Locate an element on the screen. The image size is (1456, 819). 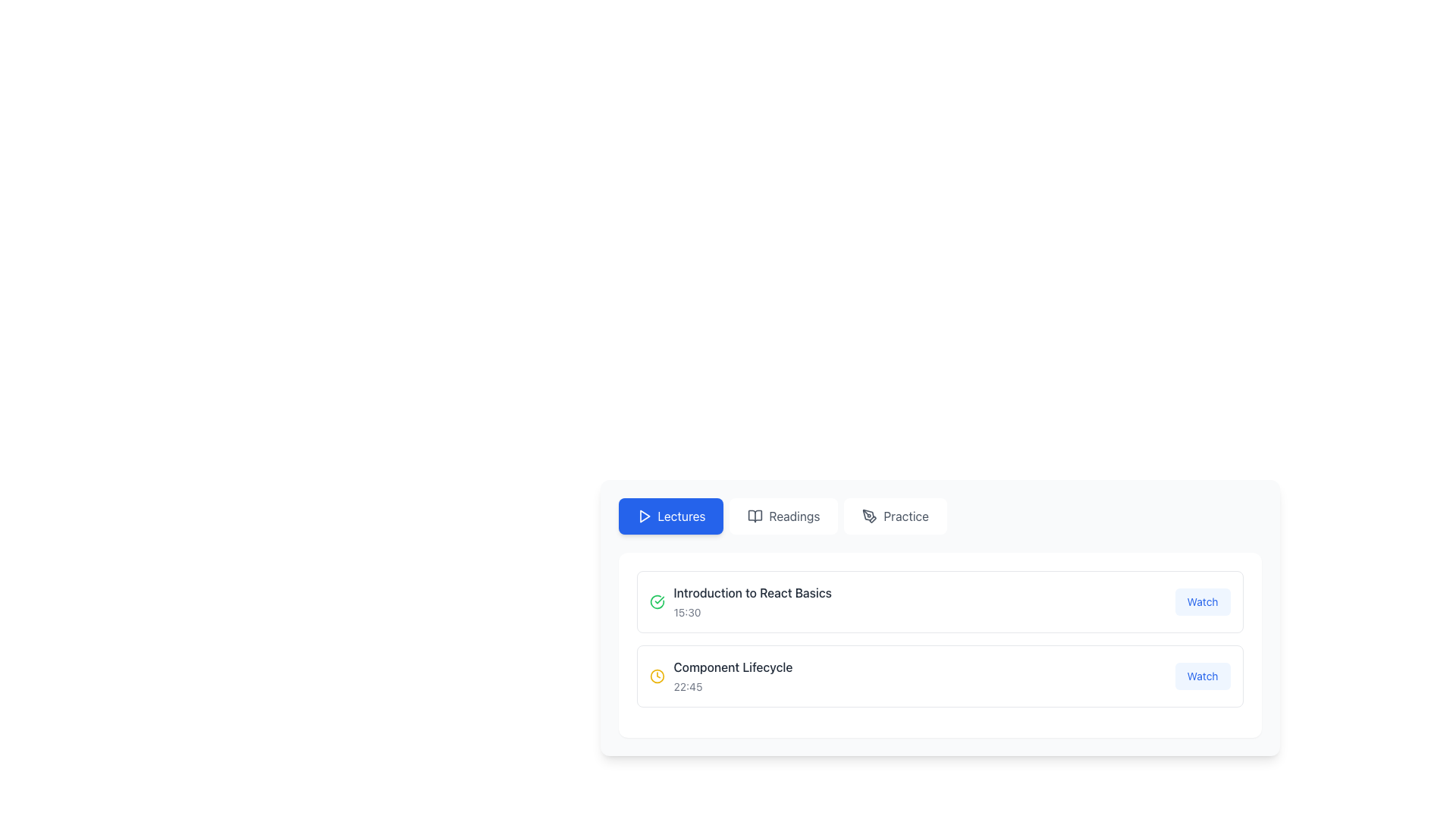
the completion icon located to the left of the text 'Introduction to React Basics' and above the timestamp '15:30' is located at coordinates (657, 601).